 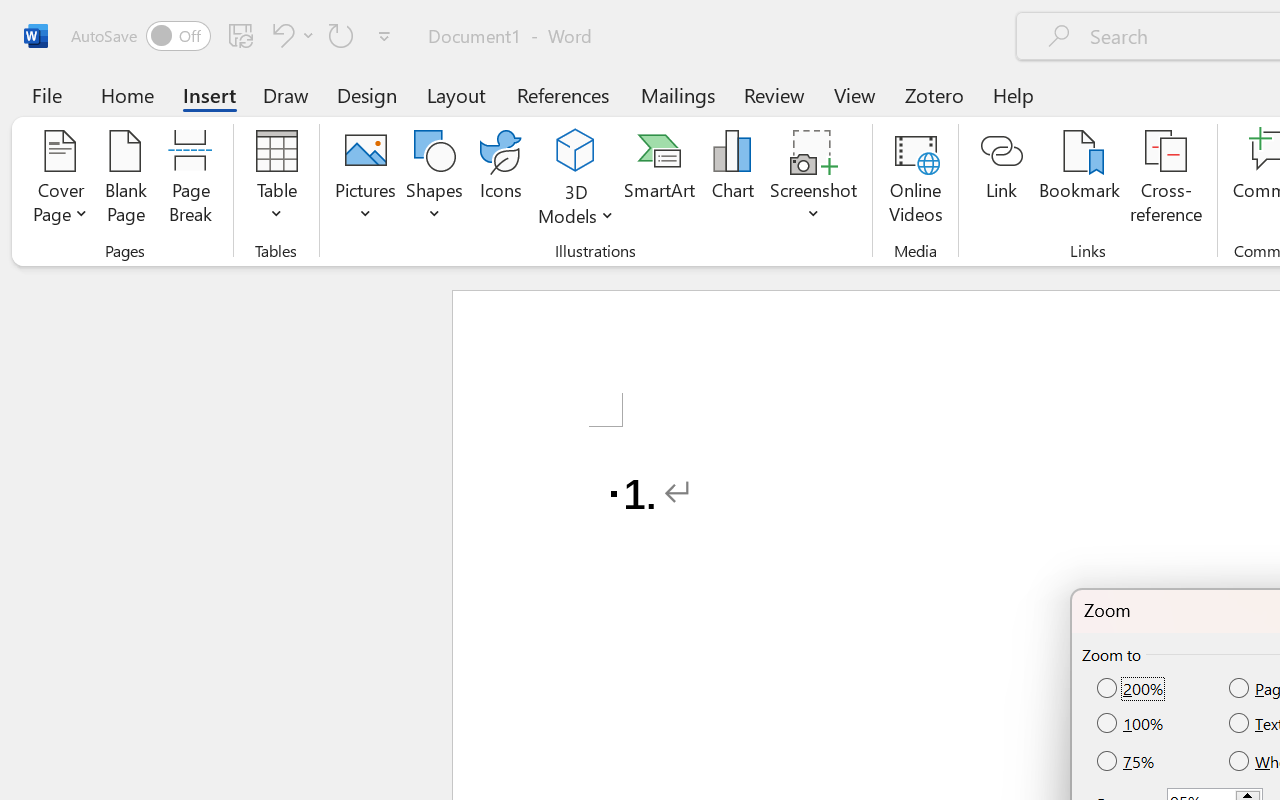 I want to click on 'Online Videos...', so click(x=914, y=179).